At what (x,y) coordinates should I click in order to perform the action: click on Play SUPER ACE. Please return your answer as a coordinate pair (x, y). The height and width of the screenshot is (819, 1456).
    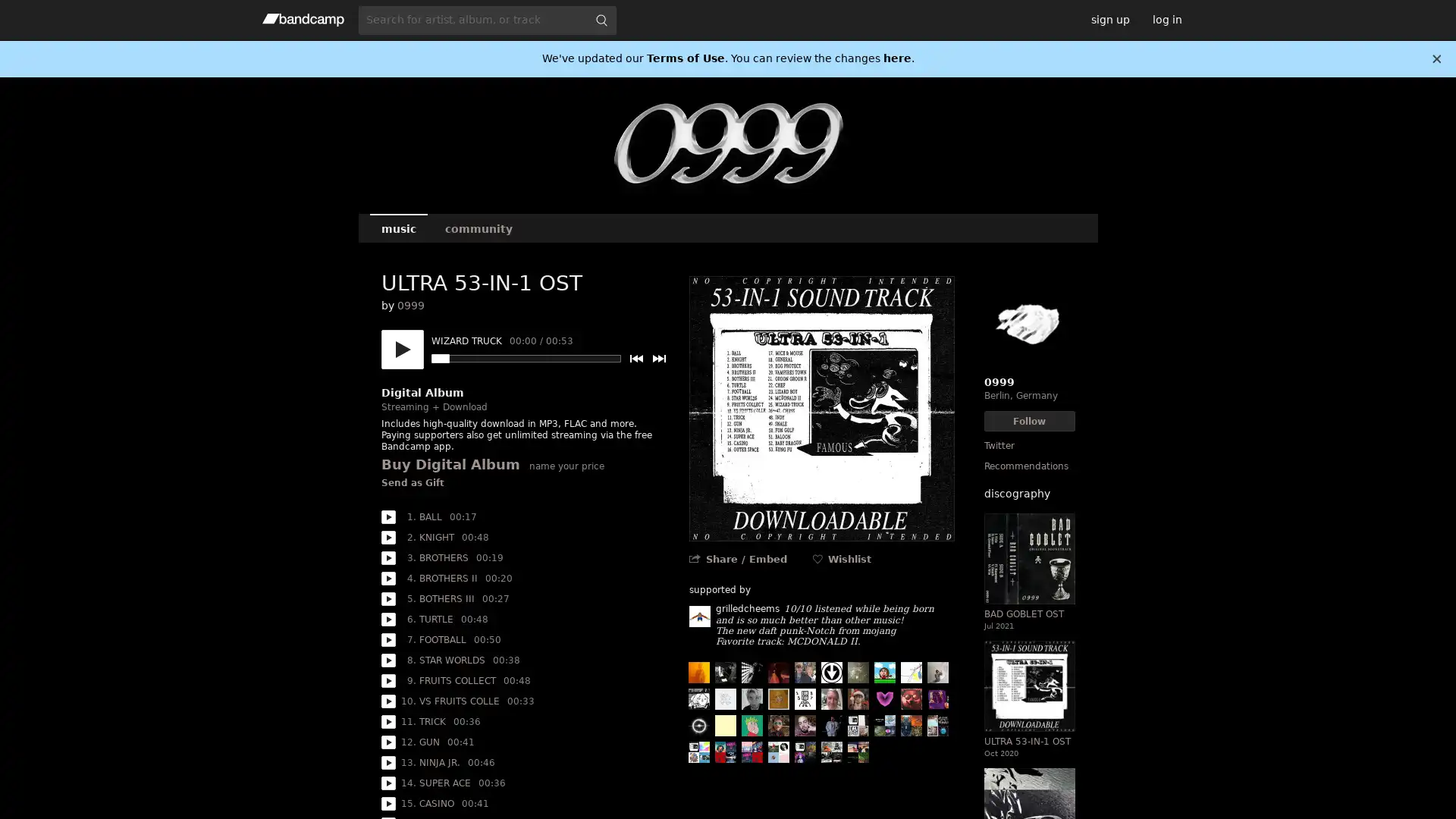
    Looking at the image, I should click on (388, 783).